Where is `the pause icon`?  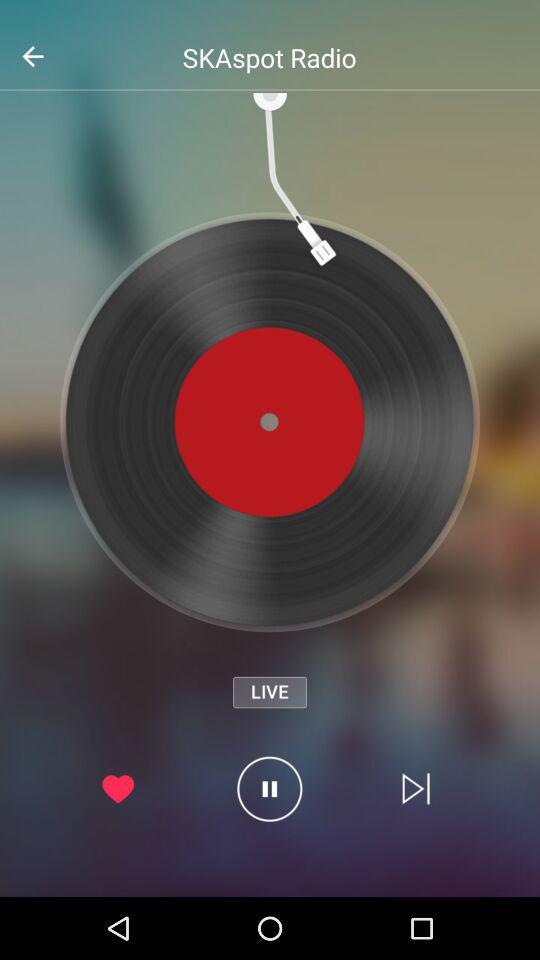 the pause icon is located at coordinates (269, 789).